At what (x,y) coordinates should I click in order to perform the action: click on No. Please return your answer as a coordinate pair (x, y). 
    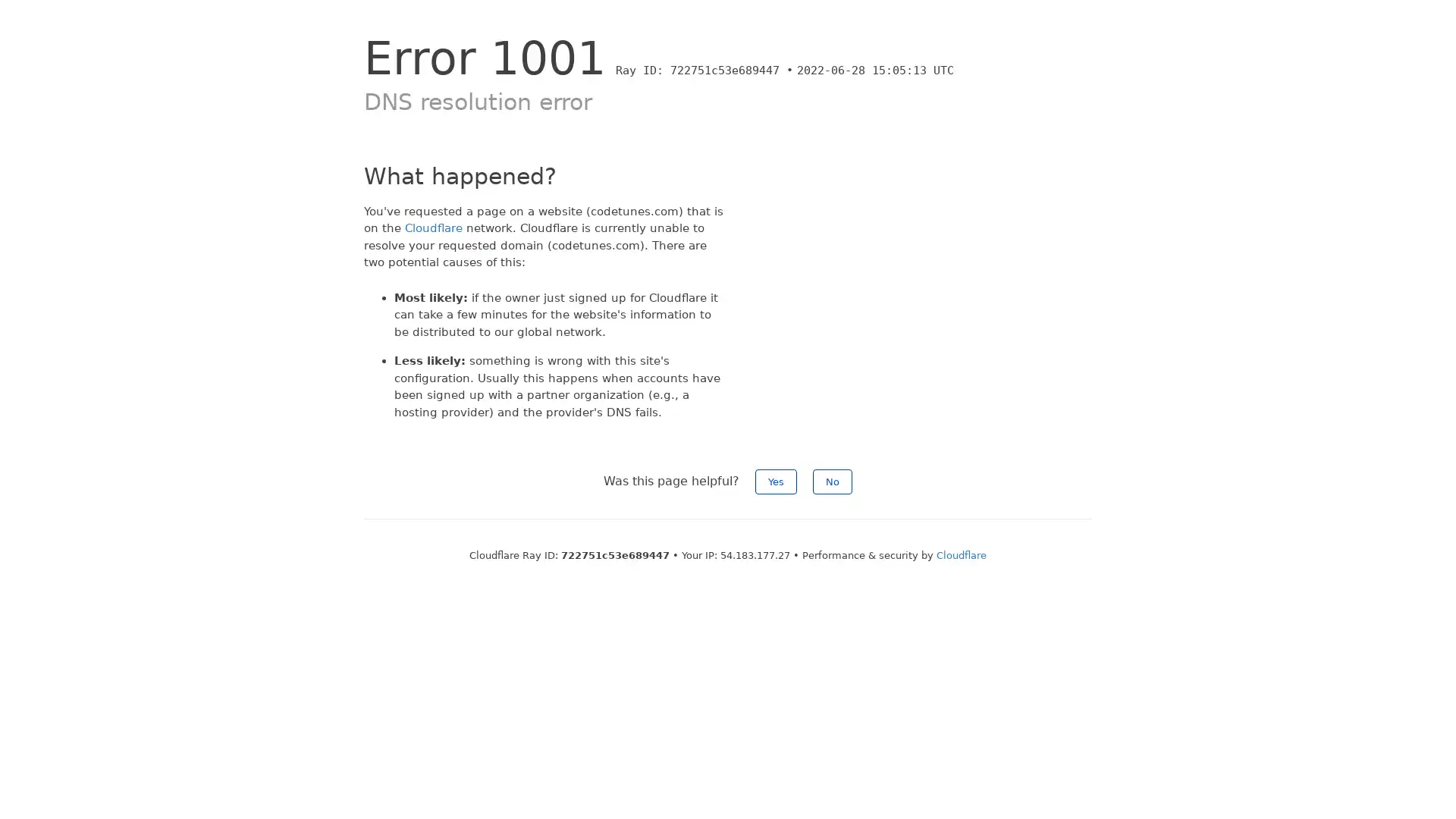
    Looking at the image, I should click on (832, 482).